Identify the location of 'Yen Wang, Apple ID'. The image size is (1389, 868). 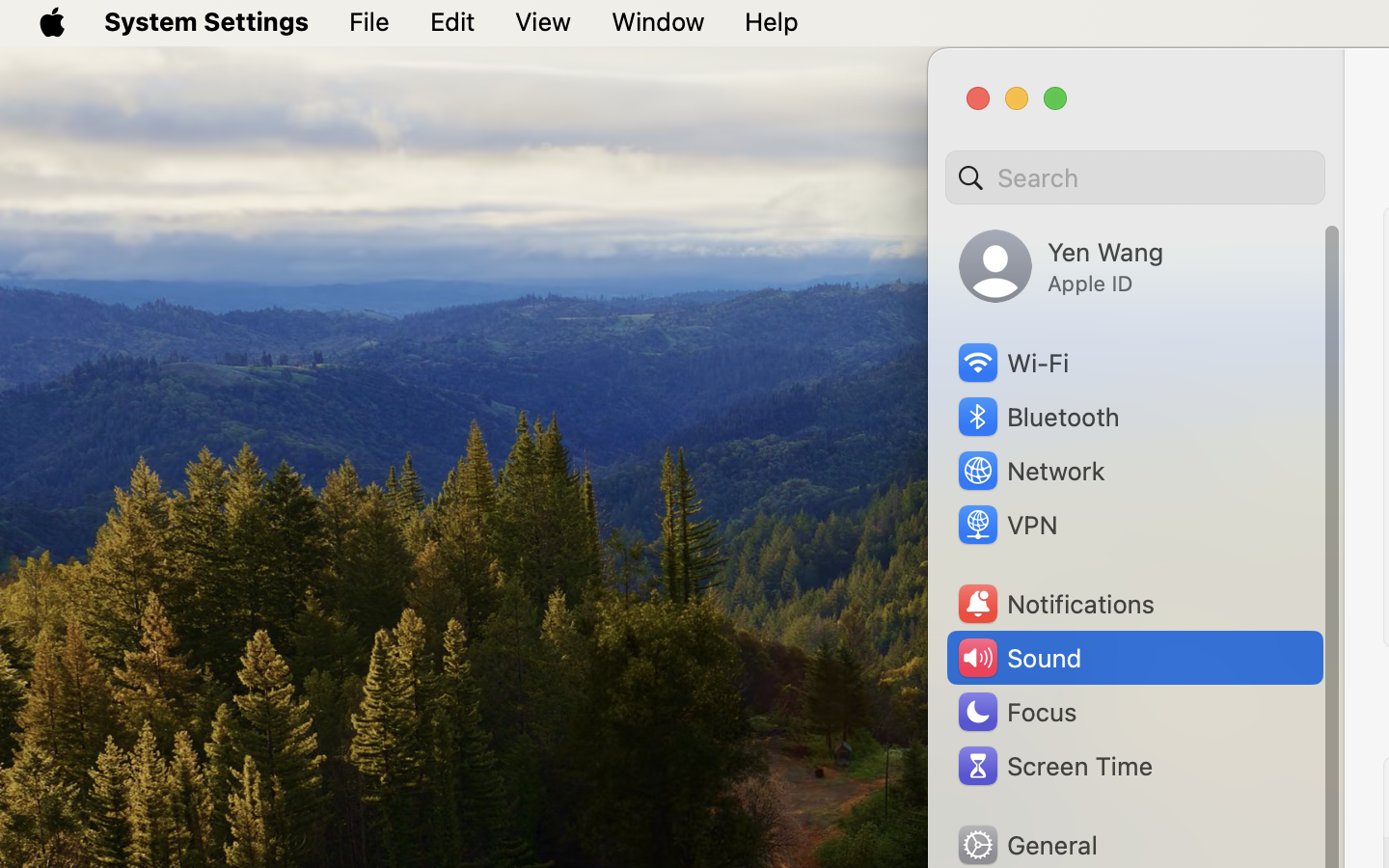
(1060, 265).